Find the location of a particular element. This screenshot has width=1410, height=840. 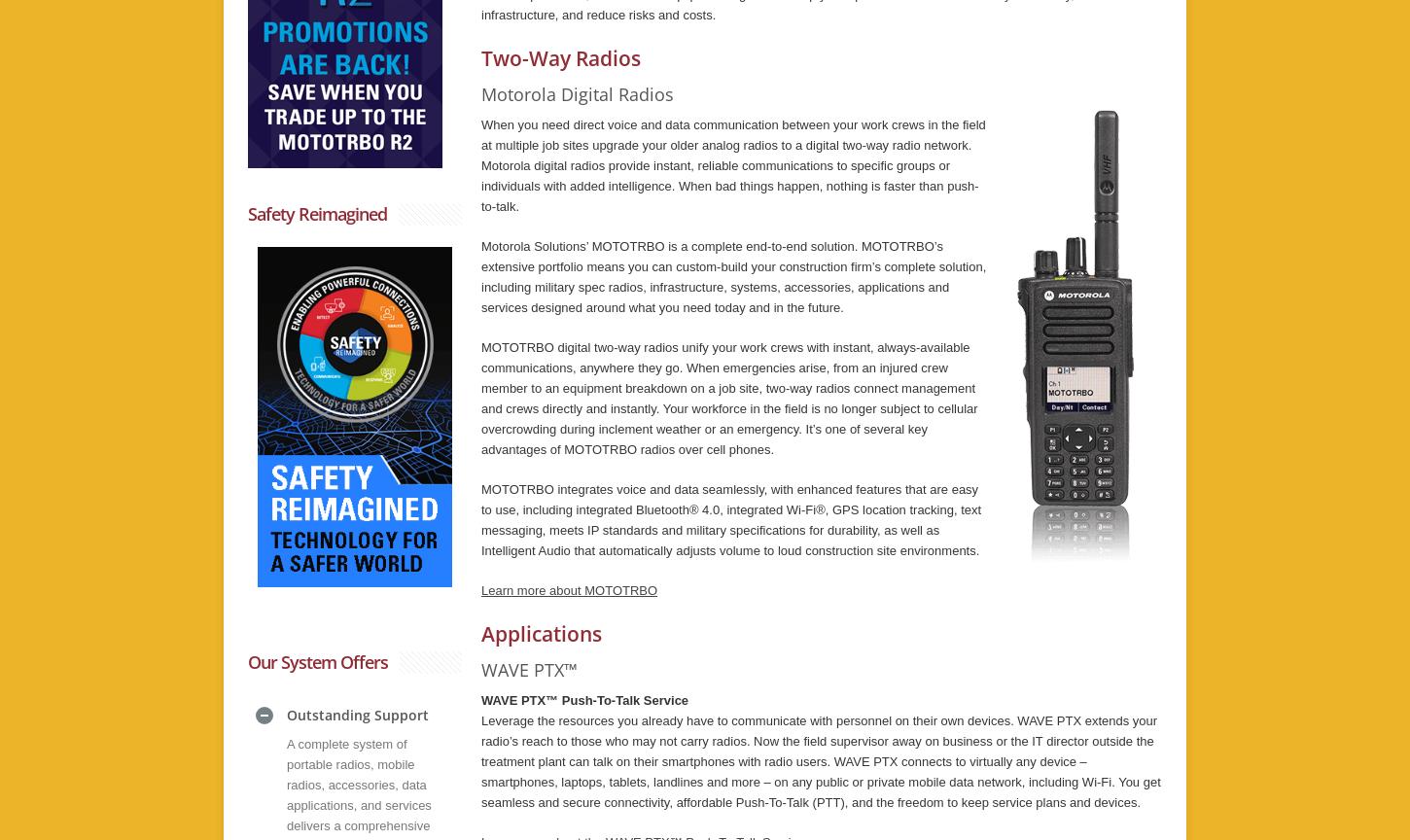

'Learn more about MOTOTRBO' is located at coordinates (569, 589).